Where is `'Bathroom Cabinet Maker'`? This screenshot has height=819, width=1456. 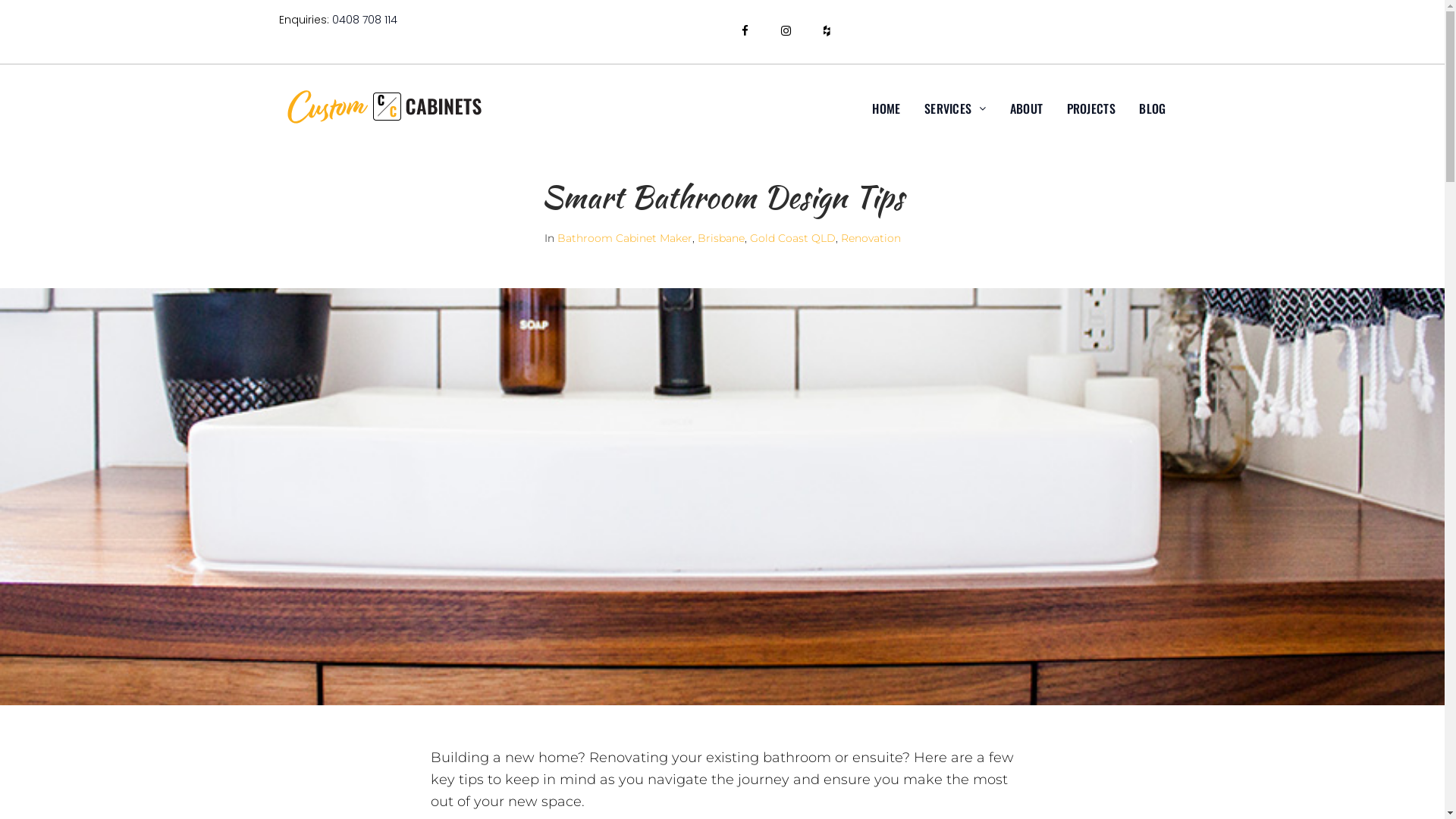 'Bathroom Cabinet Maker' is located at coordinates (623, 237).